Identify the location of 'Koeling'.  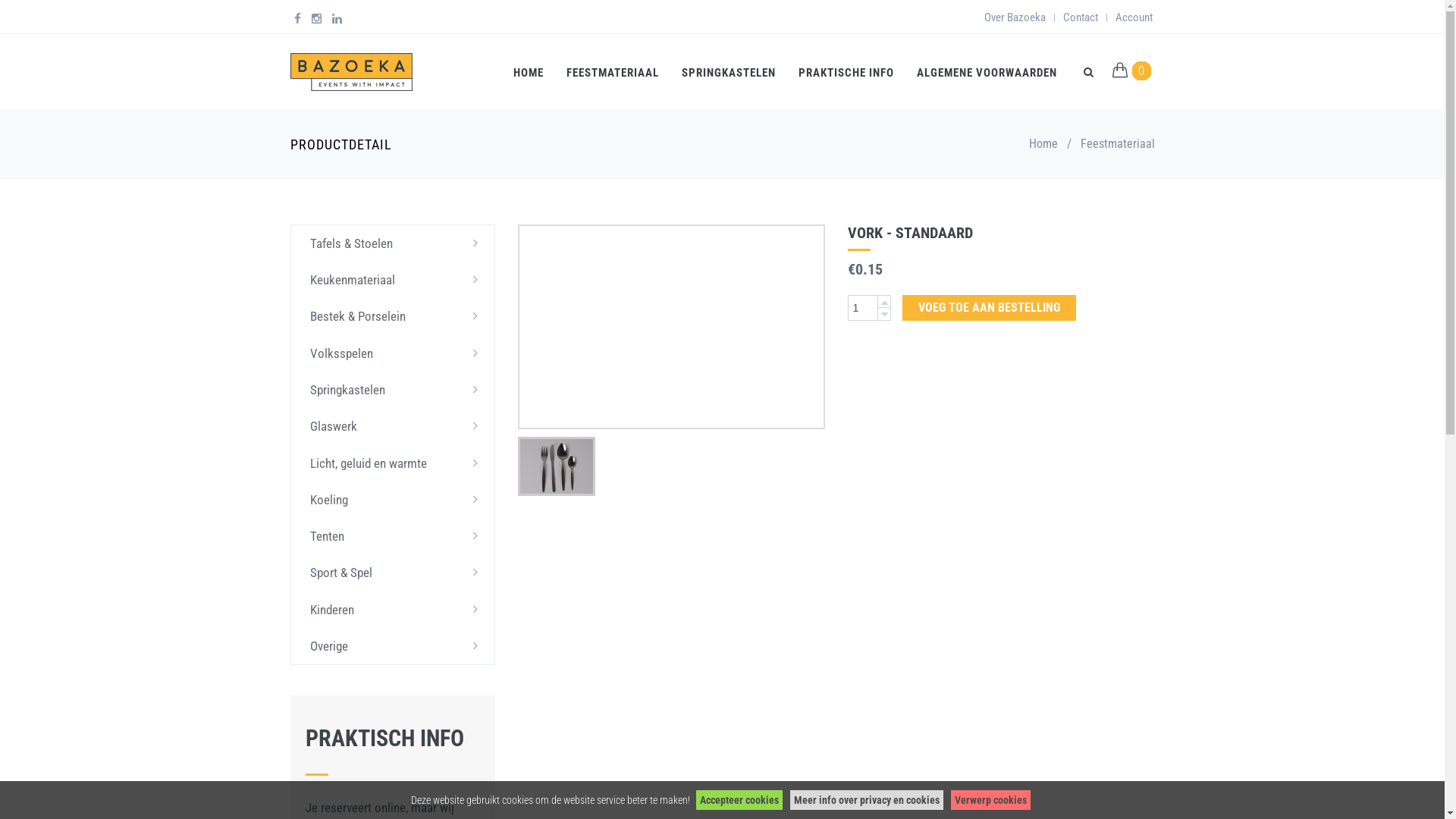
(393, 500).